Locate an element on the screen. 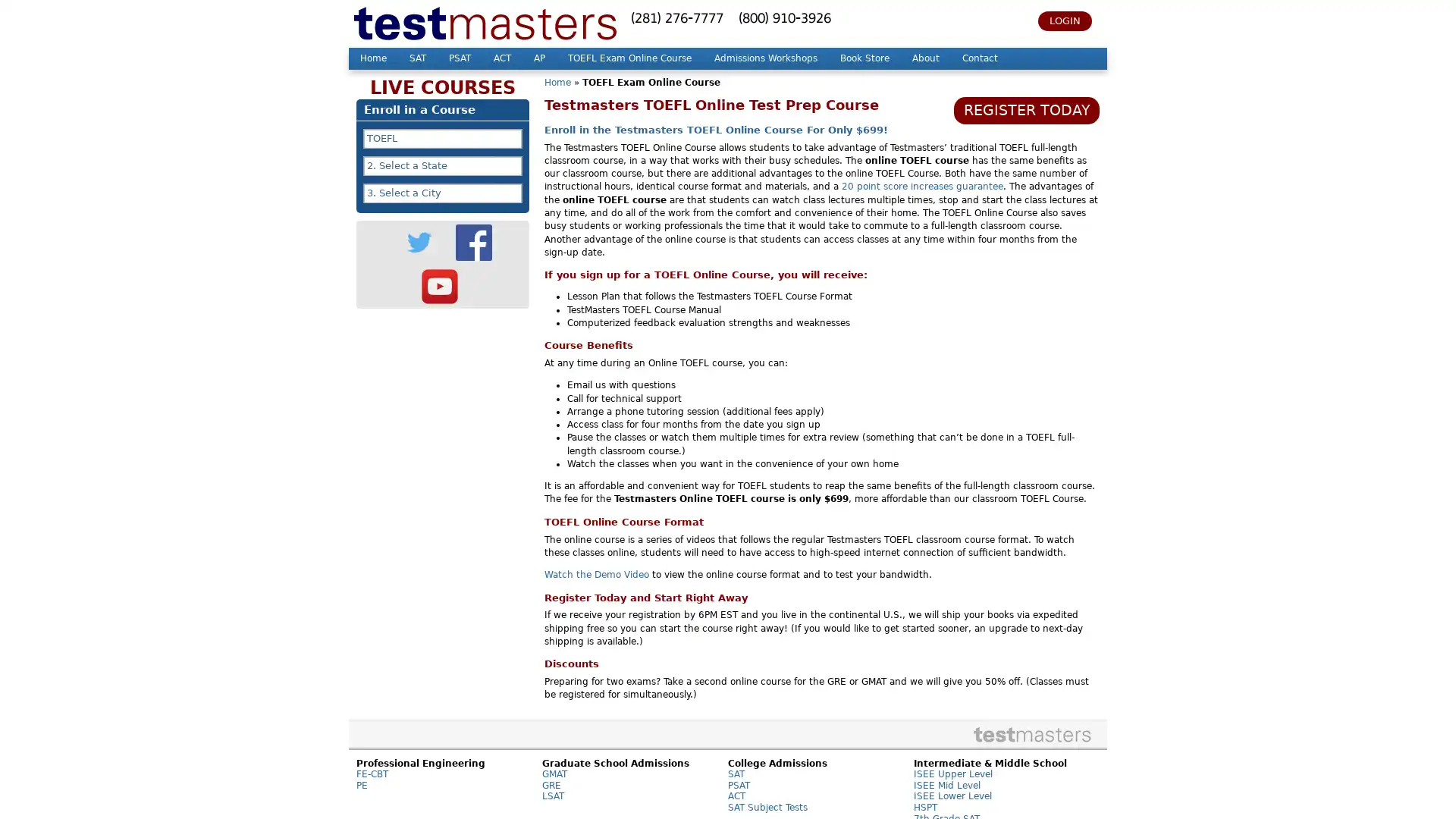 The height and width of the screenshot is (819, 1456). 2. Select a State is located at coordinates (442, 166).